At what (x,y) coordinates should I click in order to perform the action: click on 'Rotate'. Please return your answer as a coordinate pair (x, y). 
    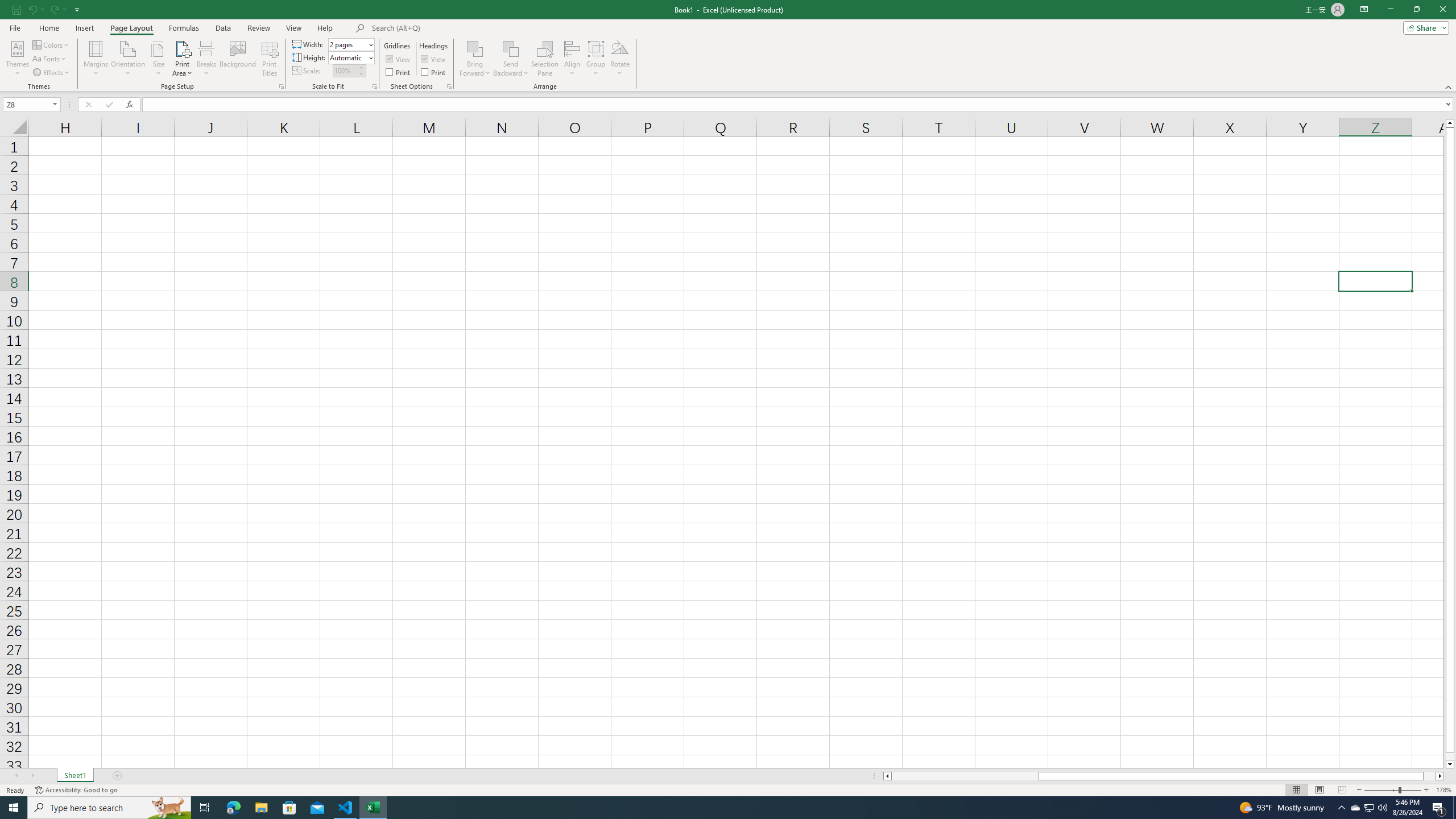
    Looking at the image, I should click on (619, 59).